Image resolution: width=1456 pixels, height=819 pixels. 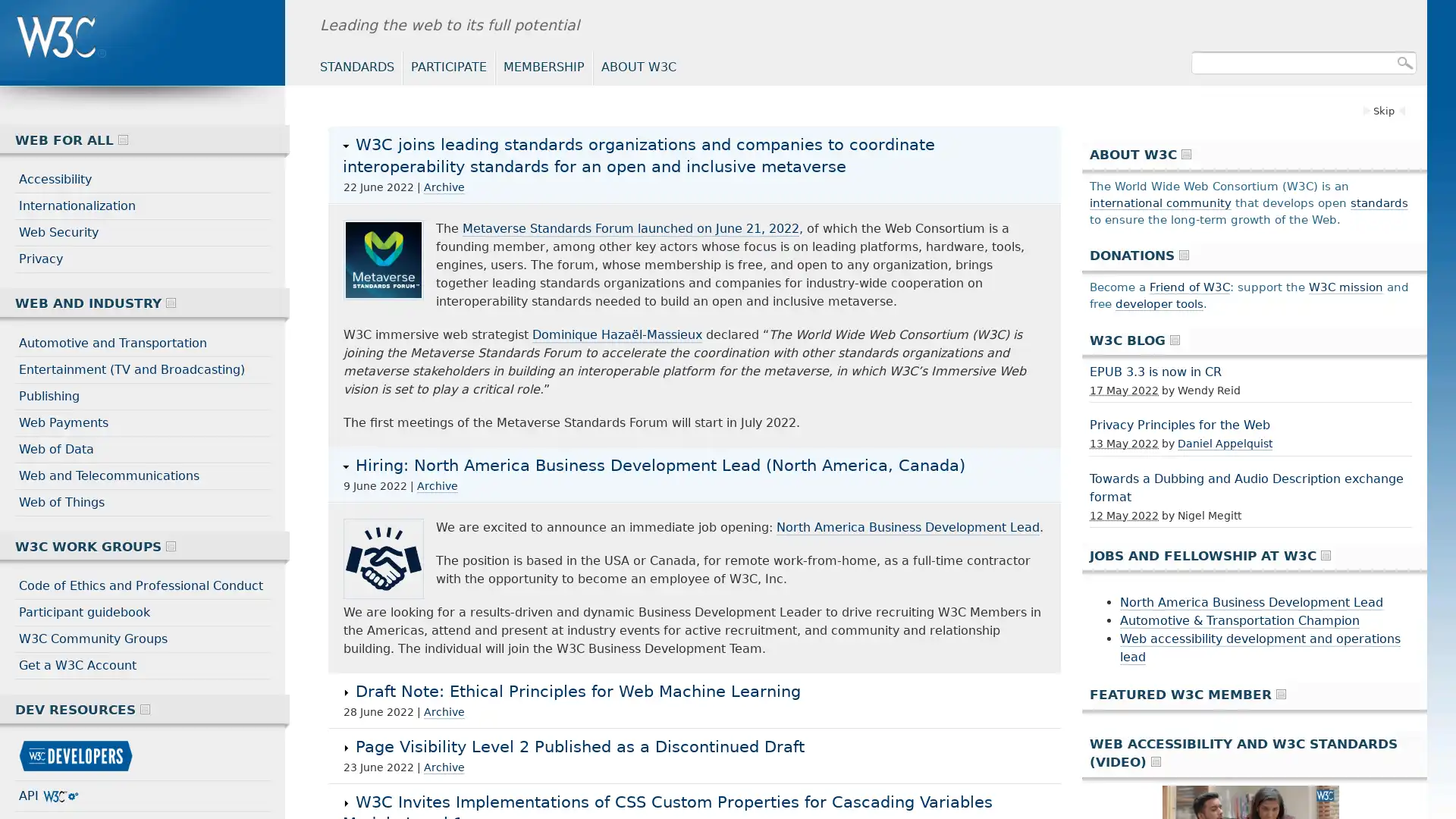 I want to click on Search, so click(x=1404, y=62).